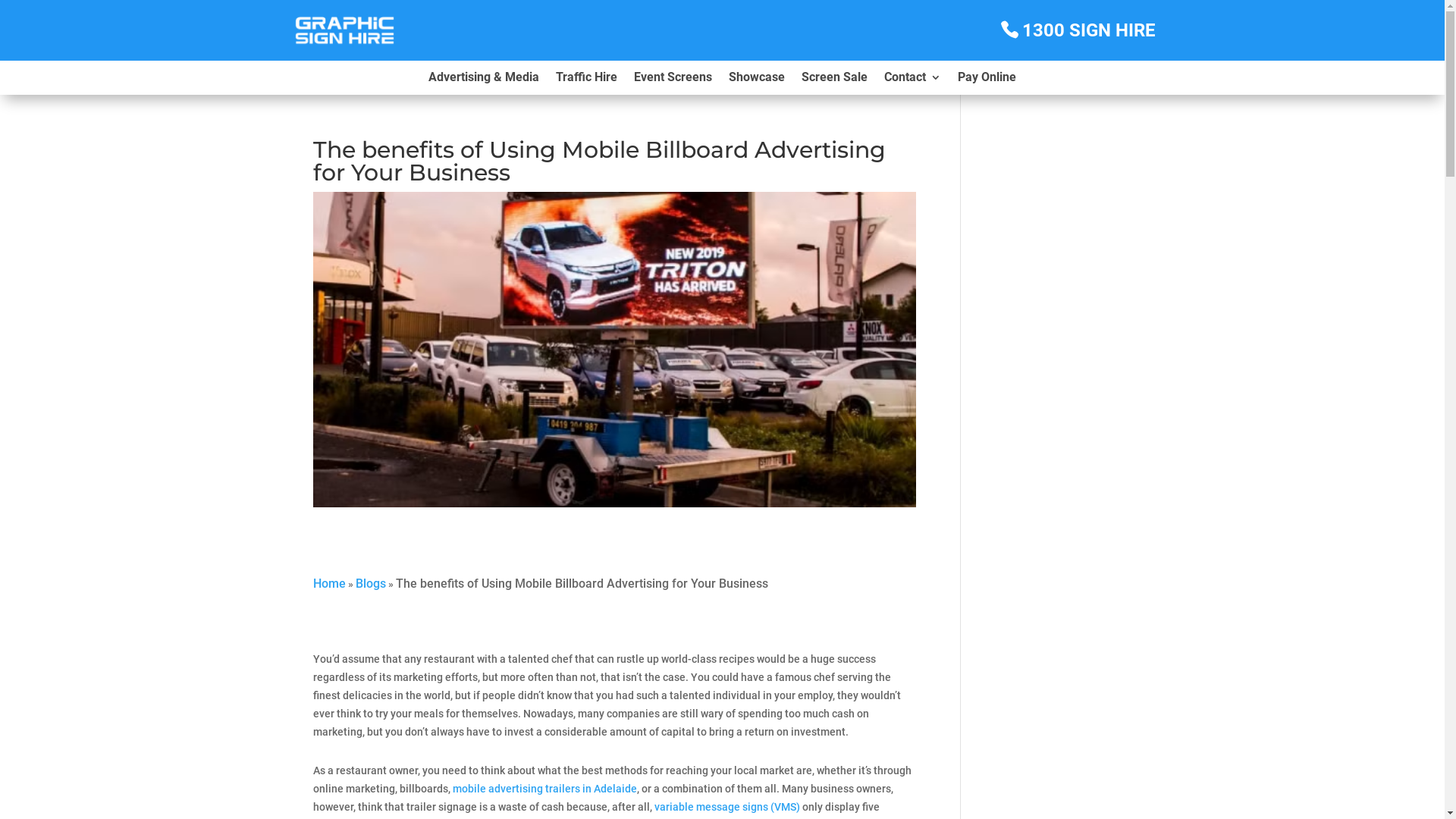  I want to click on 'variable message signs (VMS)', so click(726, 806).